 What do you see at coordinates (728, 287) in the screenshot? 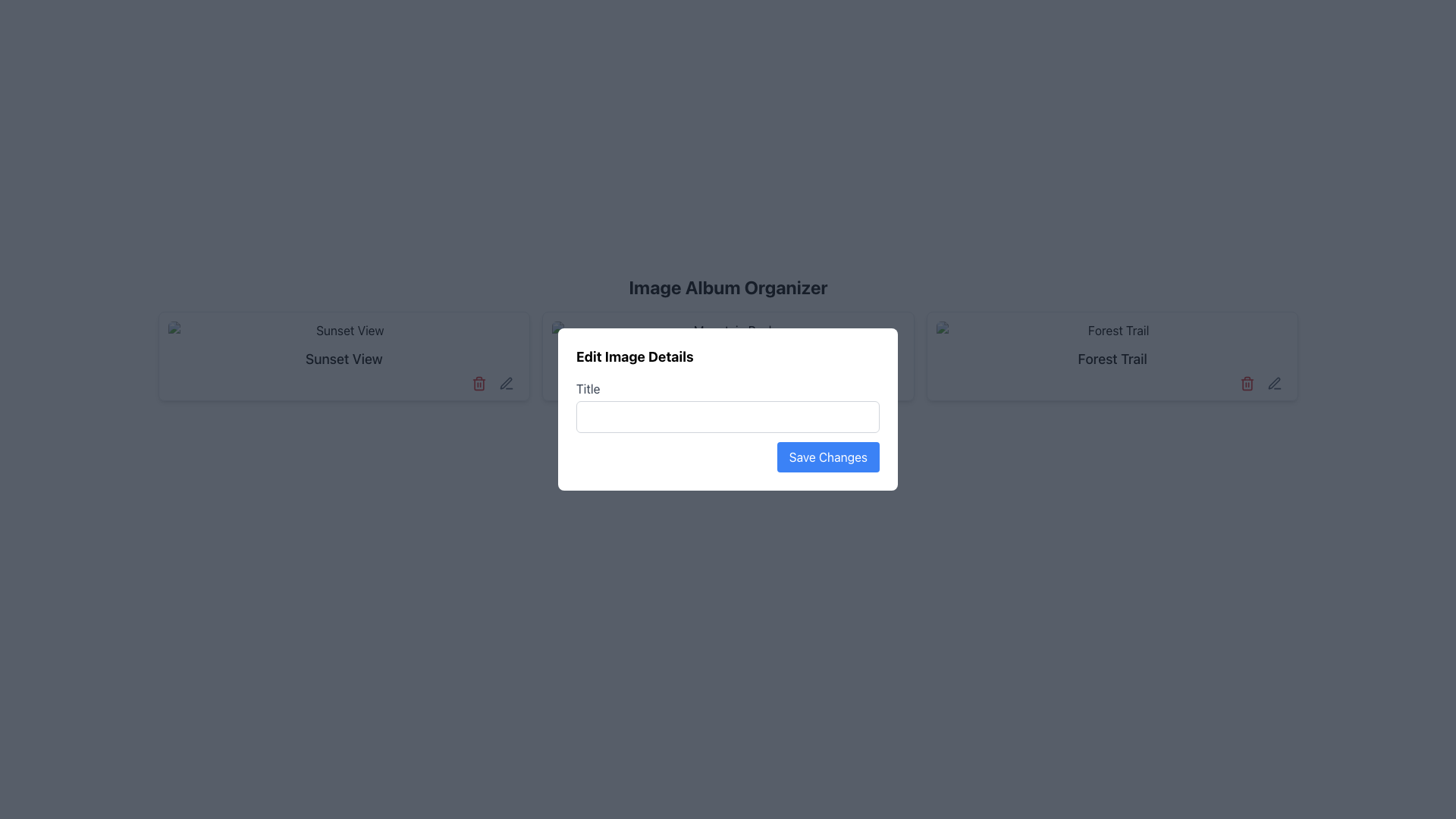
I see `the Header element, which serves as the title for the page and is located at the top-center of the content area` at bounding box center [728, 287].